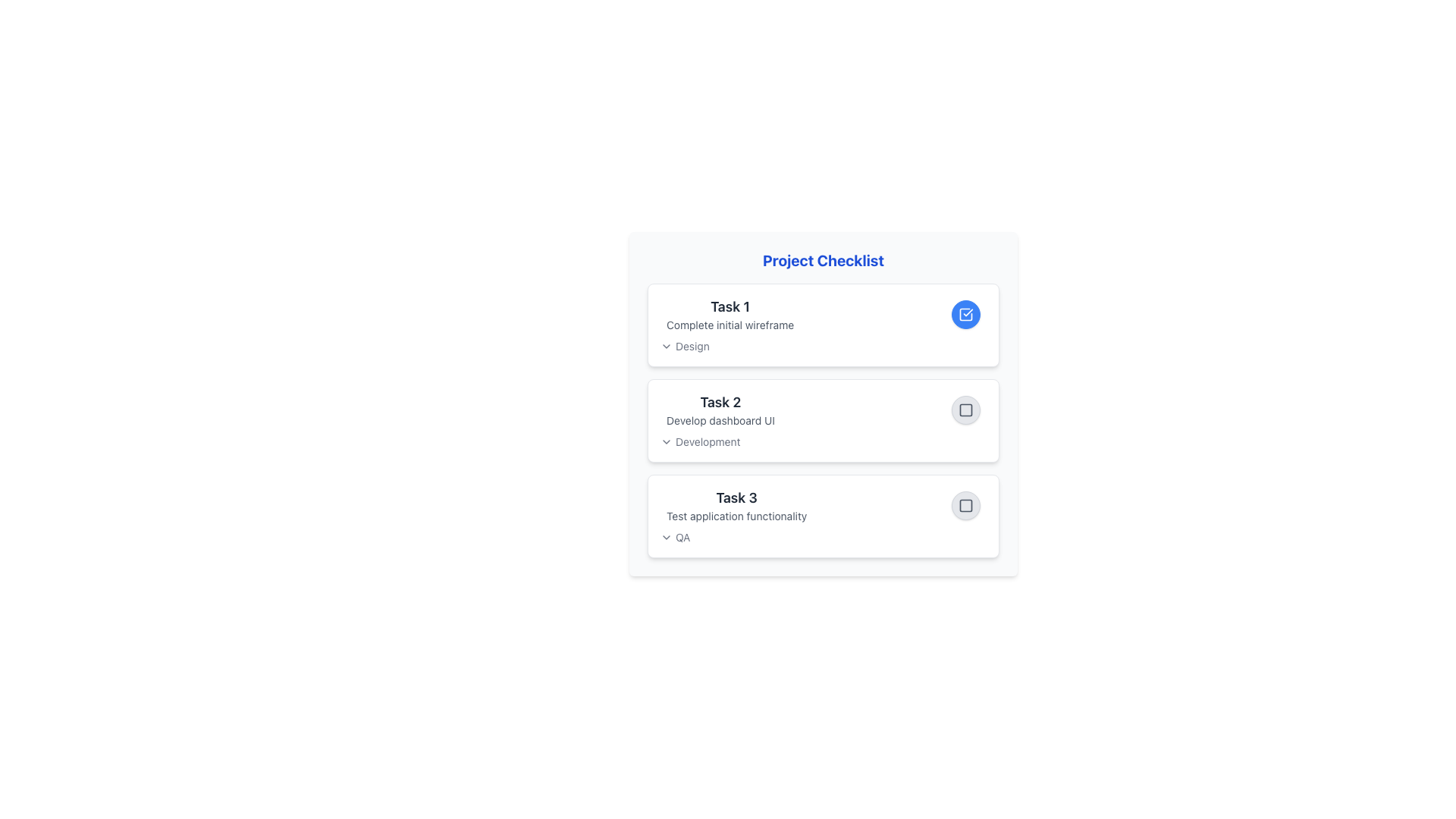 The height and width of the screenshot is (819, 1456). What do you see at coordinates (720, 421) in the screenshot?
I see `the text label displaying 'Develop dashboard UI', which is located underneath the title 'Task 2' in a checklist interface` at bounding box center [720, 421].